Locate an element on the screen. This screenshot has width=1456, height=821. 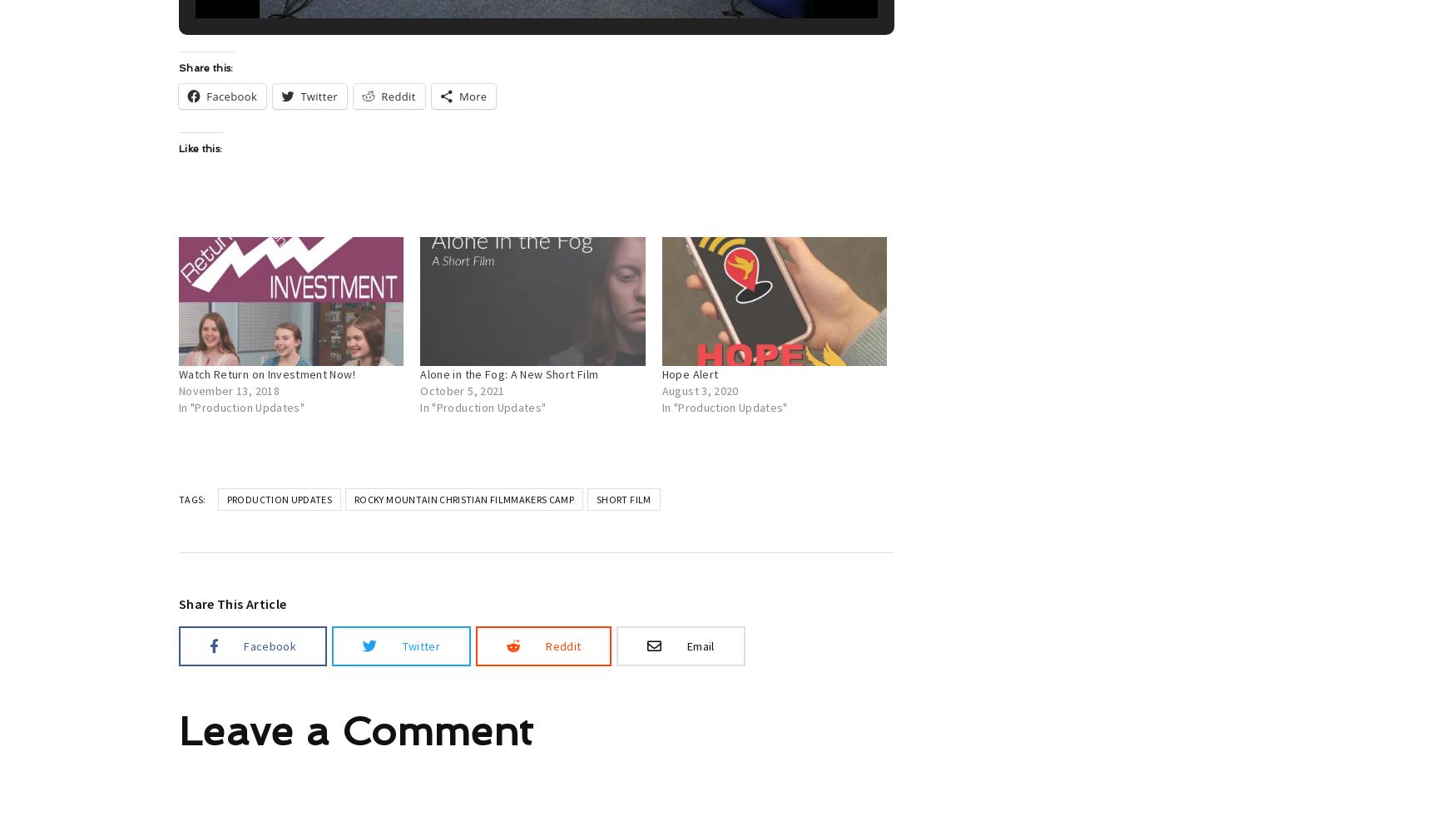
'Tags:' is located at coordinates (192, 497).